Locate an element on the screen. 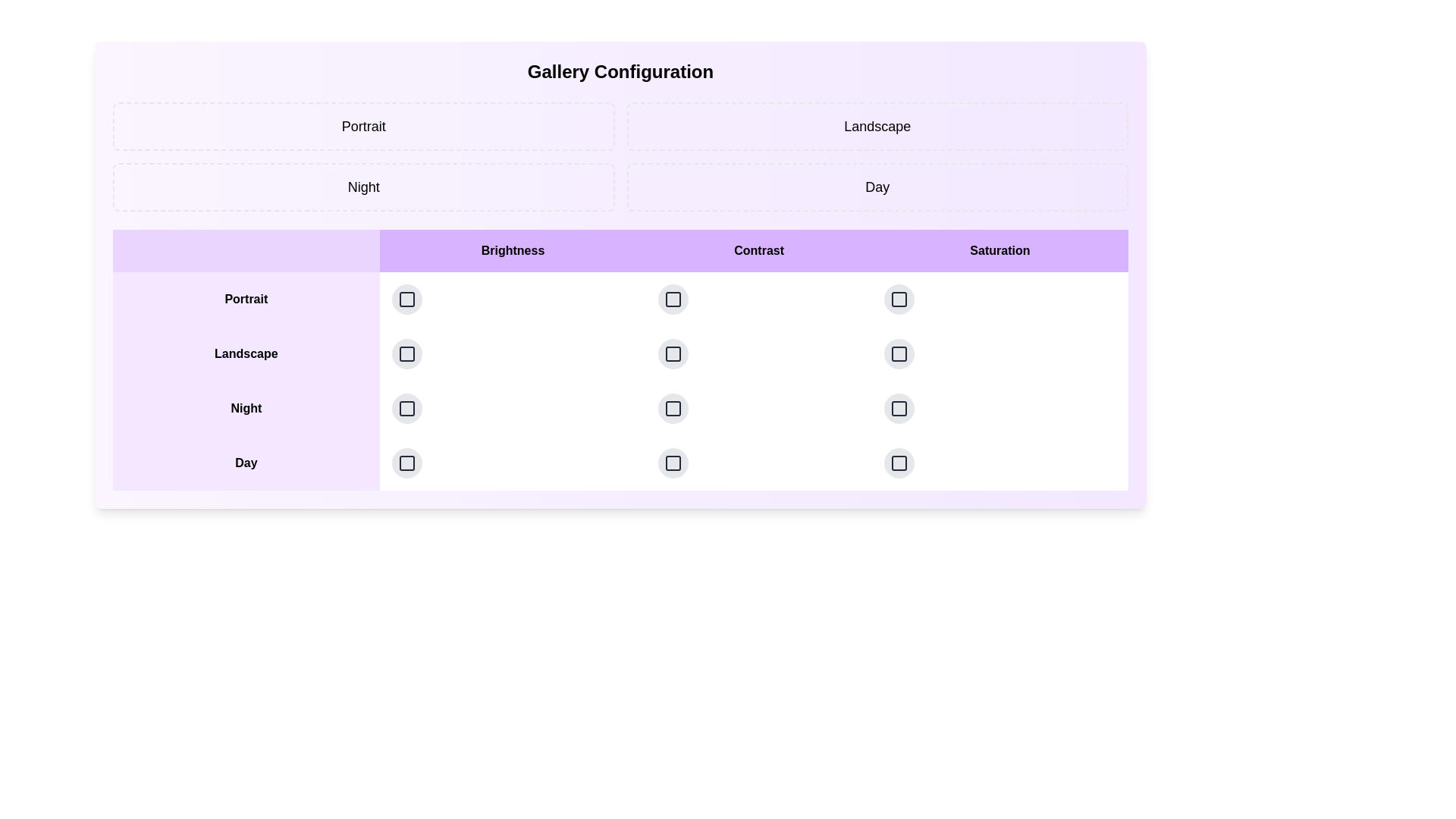  the 'Day' category row in the settings table for 'Brightness', 'Contrast', and 'Saturation' is located at coordinates (620, 462).